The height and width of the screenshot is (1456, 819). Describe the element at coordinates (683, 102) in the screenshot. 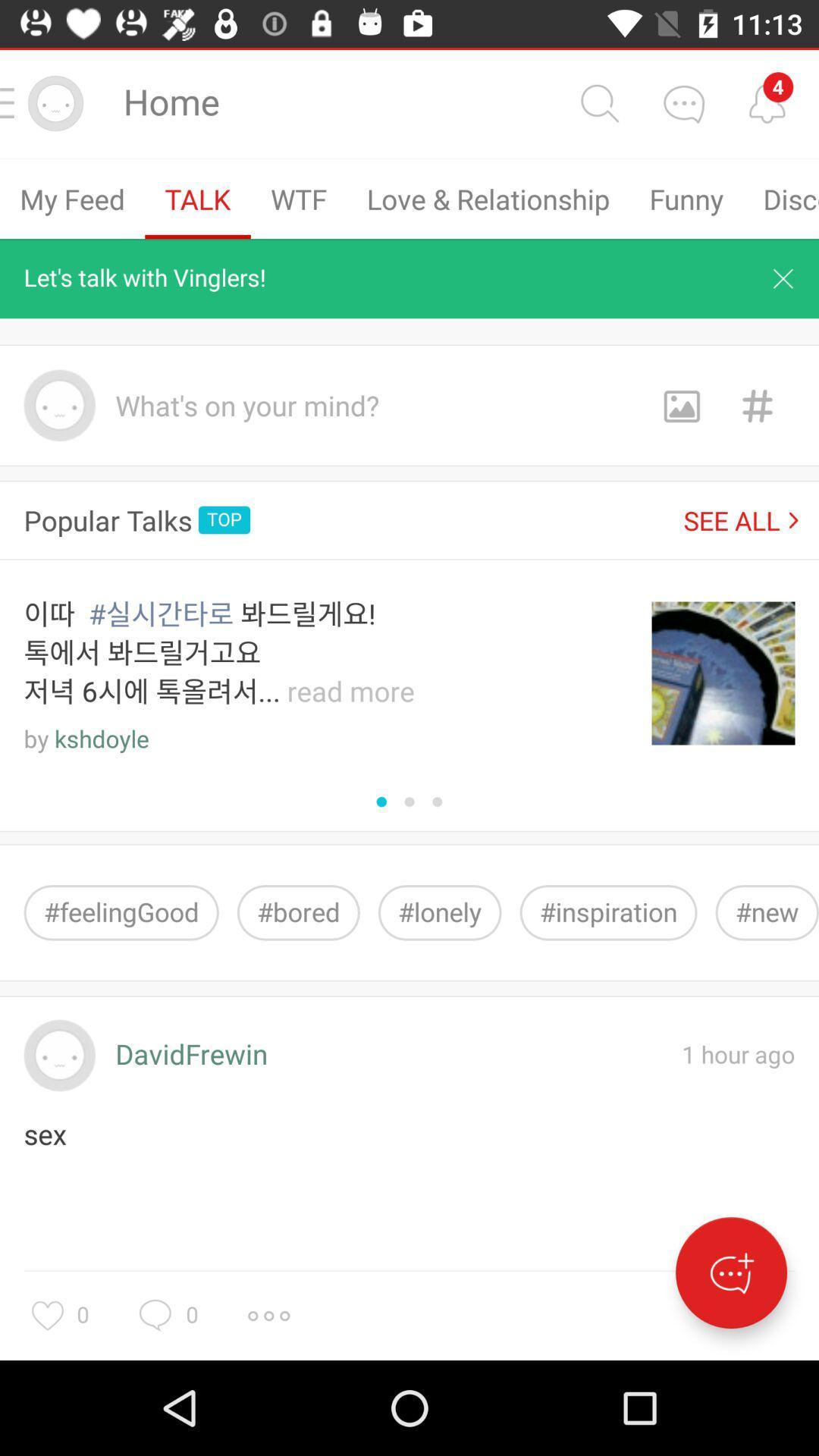

I see `chat` at that location.